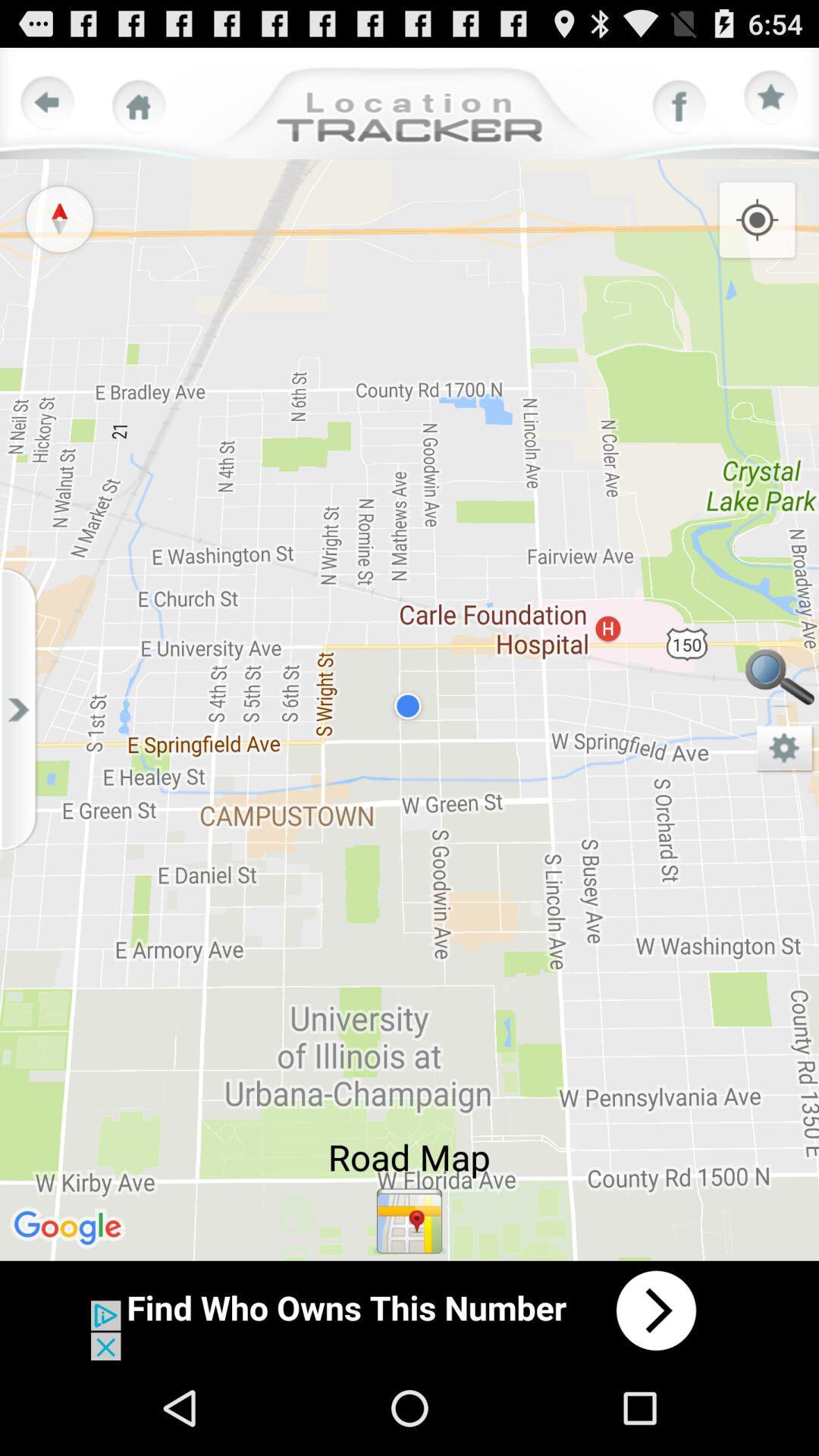 The height and width of the screenshot is (1456, 819). I want to click on the star icon, so click(771, 104).